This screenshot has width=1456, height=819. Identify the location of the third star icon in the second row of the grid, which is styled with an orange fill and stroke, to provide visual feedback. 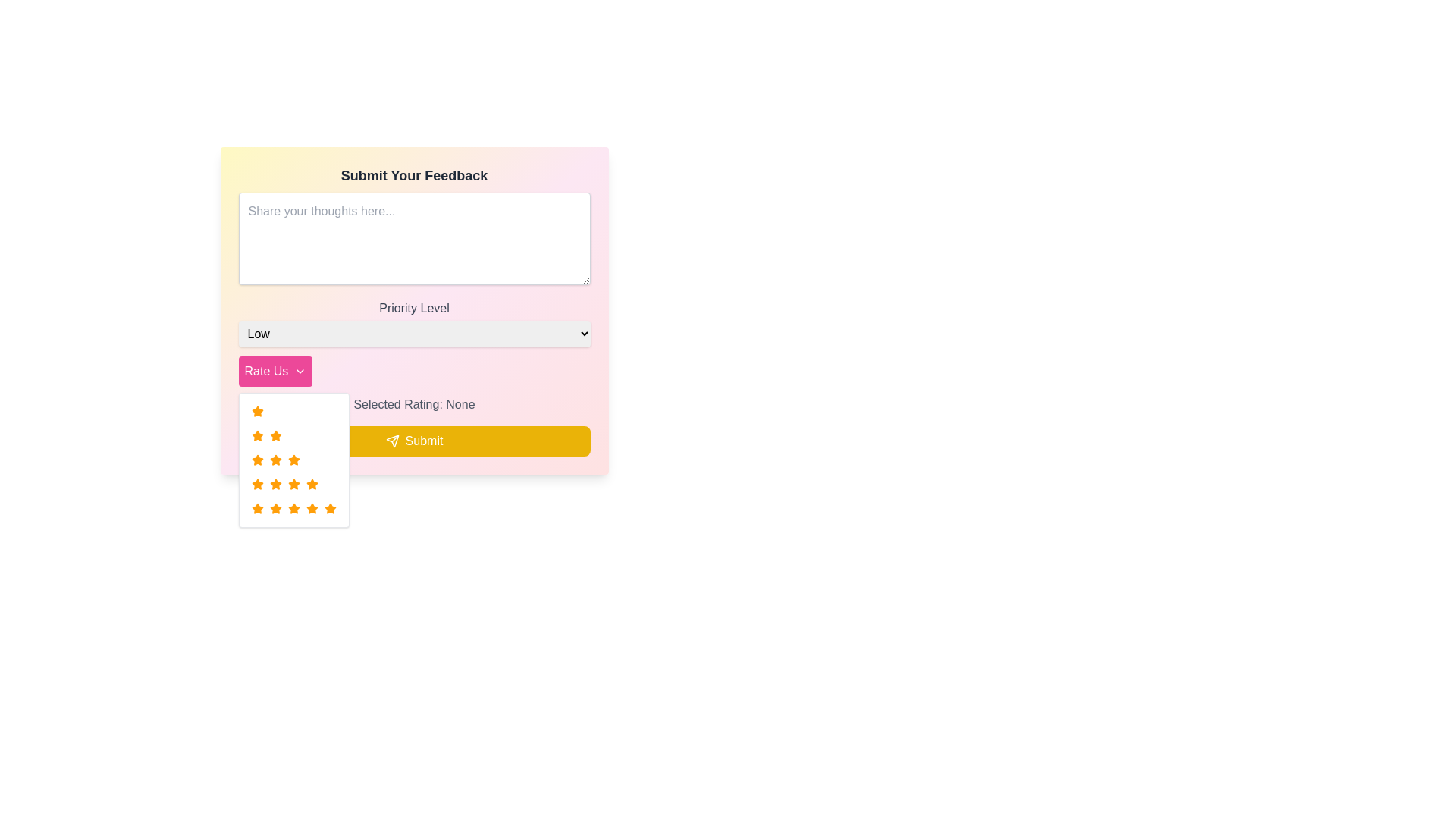
(257, 484).